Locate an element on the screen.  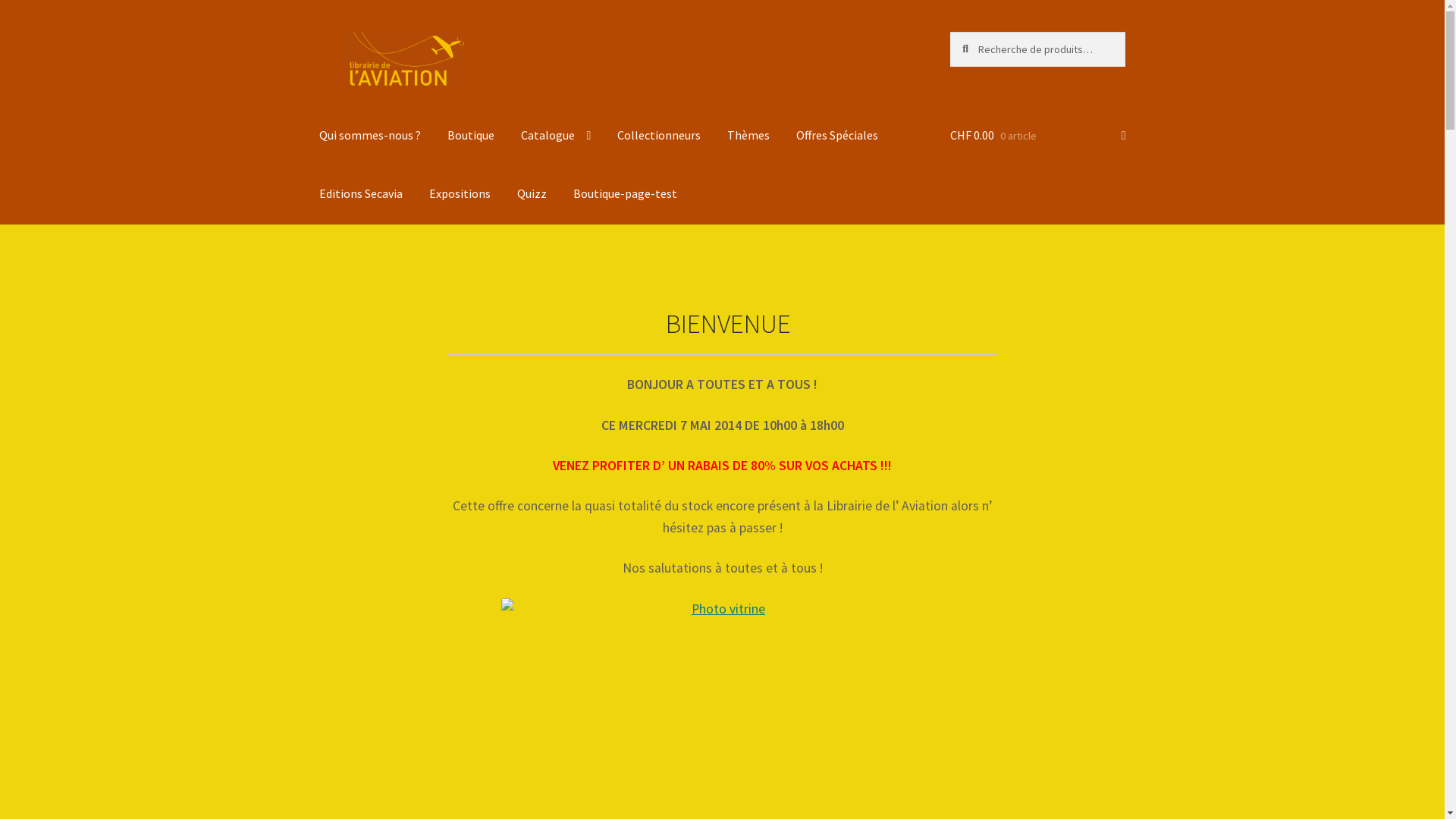
'Editions Secavia' is located at coordinates (359, 193).